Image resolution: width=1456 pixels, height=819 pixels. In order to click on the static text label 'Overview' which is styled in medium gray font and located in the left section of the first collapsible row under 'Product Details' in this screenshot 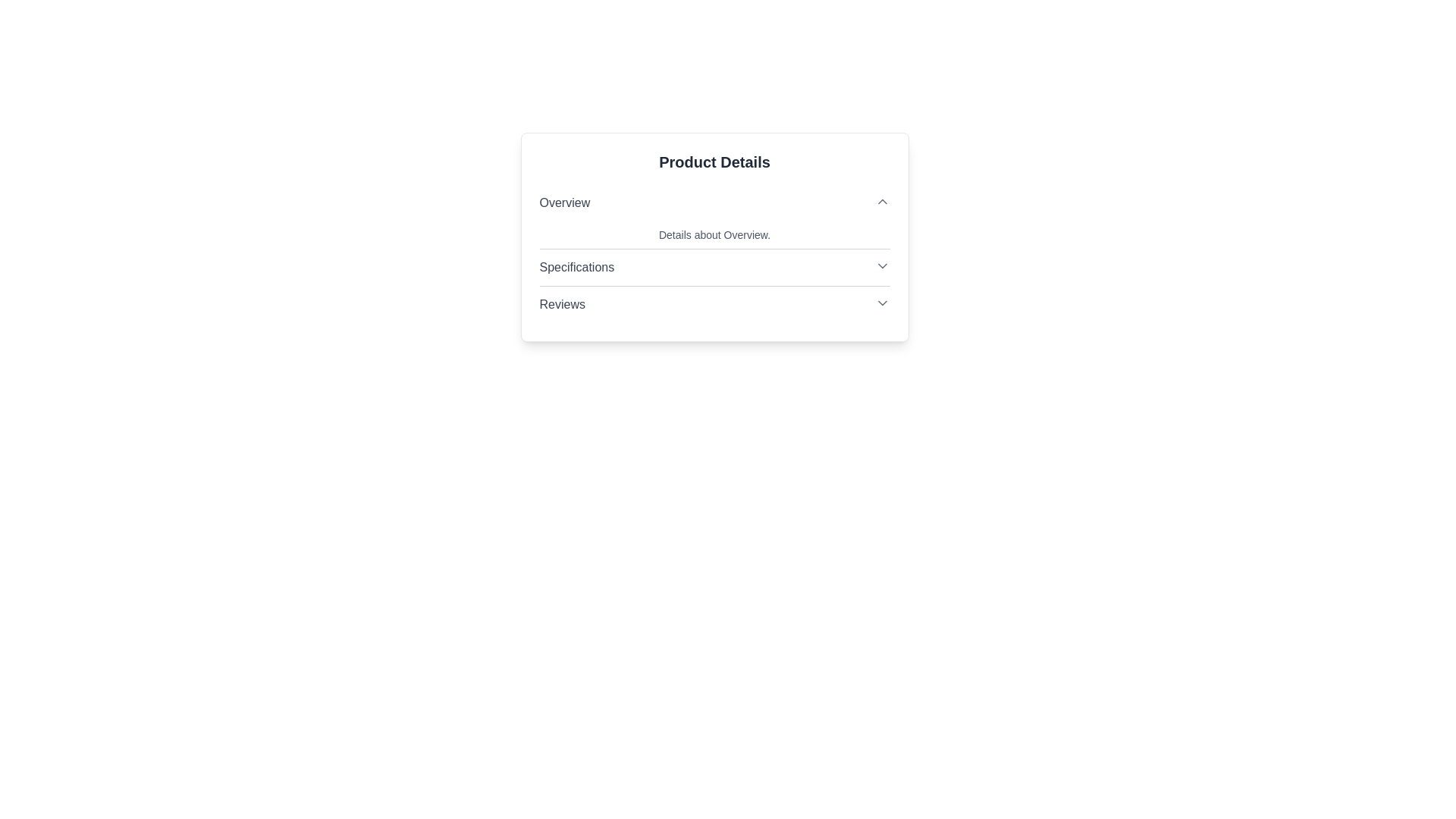, I will do `click(563, 202)`.